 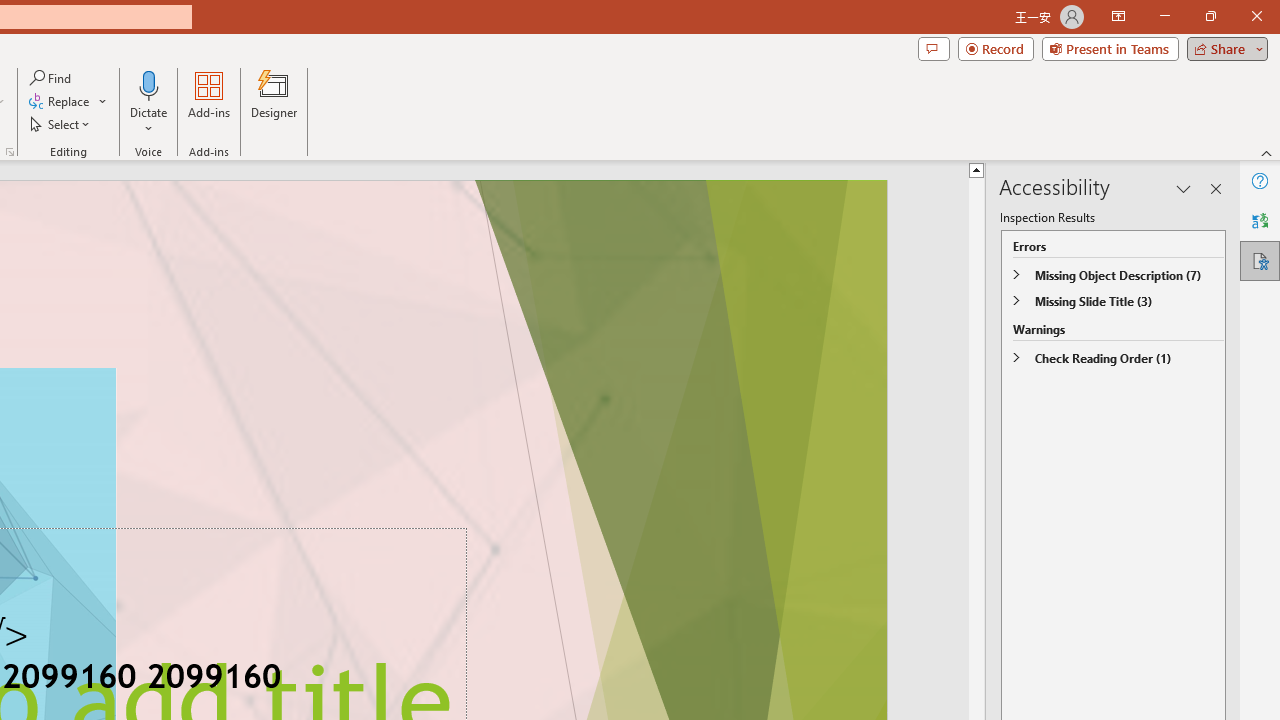 What do you see at coordinates (61, 124) in the screenshot?
I see `'Select'` at bounding box center [61, 124].